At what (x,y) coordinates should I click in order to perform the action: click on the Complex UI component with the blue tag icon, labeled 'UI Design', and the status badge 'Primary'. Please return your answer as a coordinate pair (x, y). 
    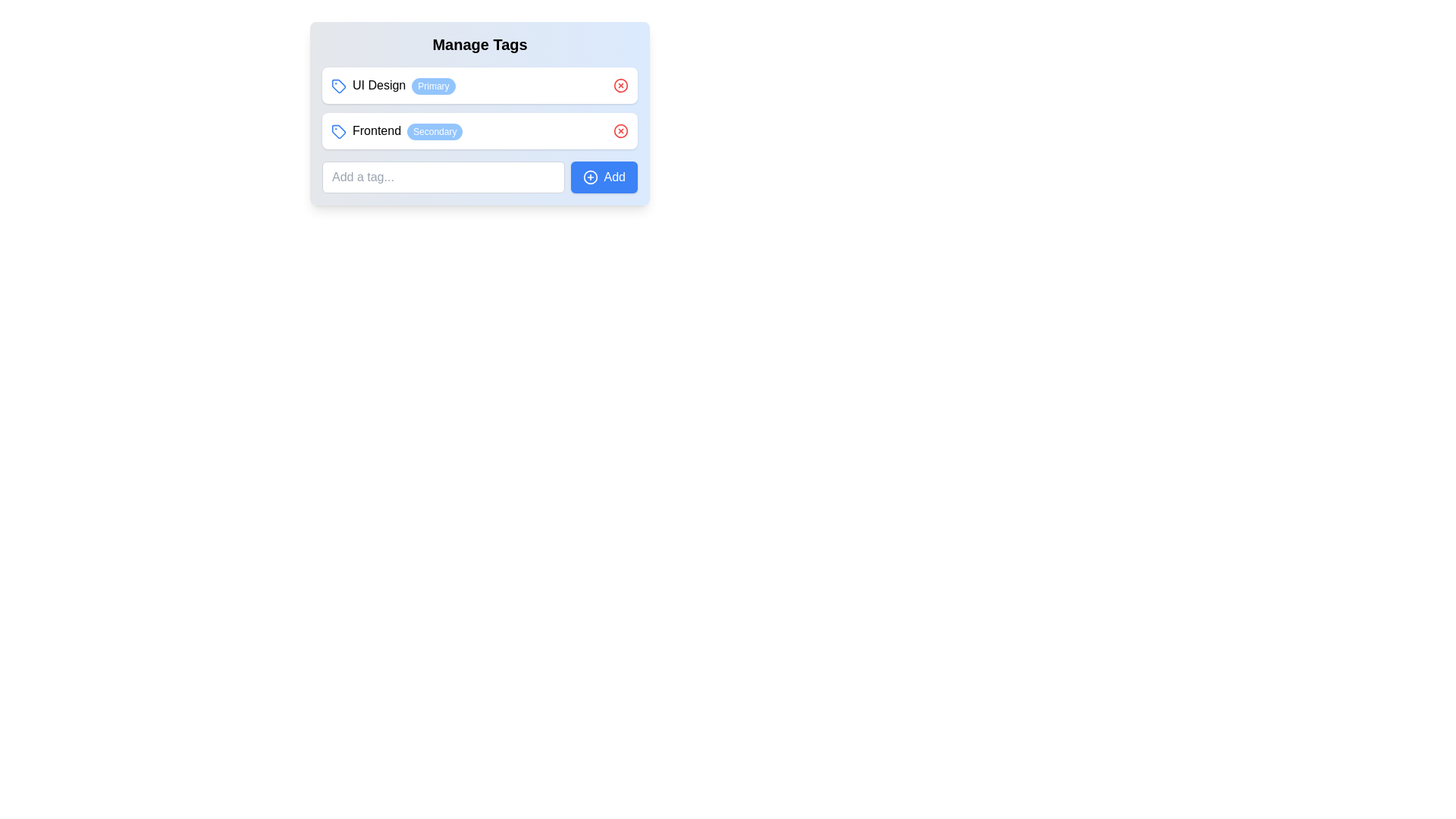
    Looking at the image, I should click on (393, 85).